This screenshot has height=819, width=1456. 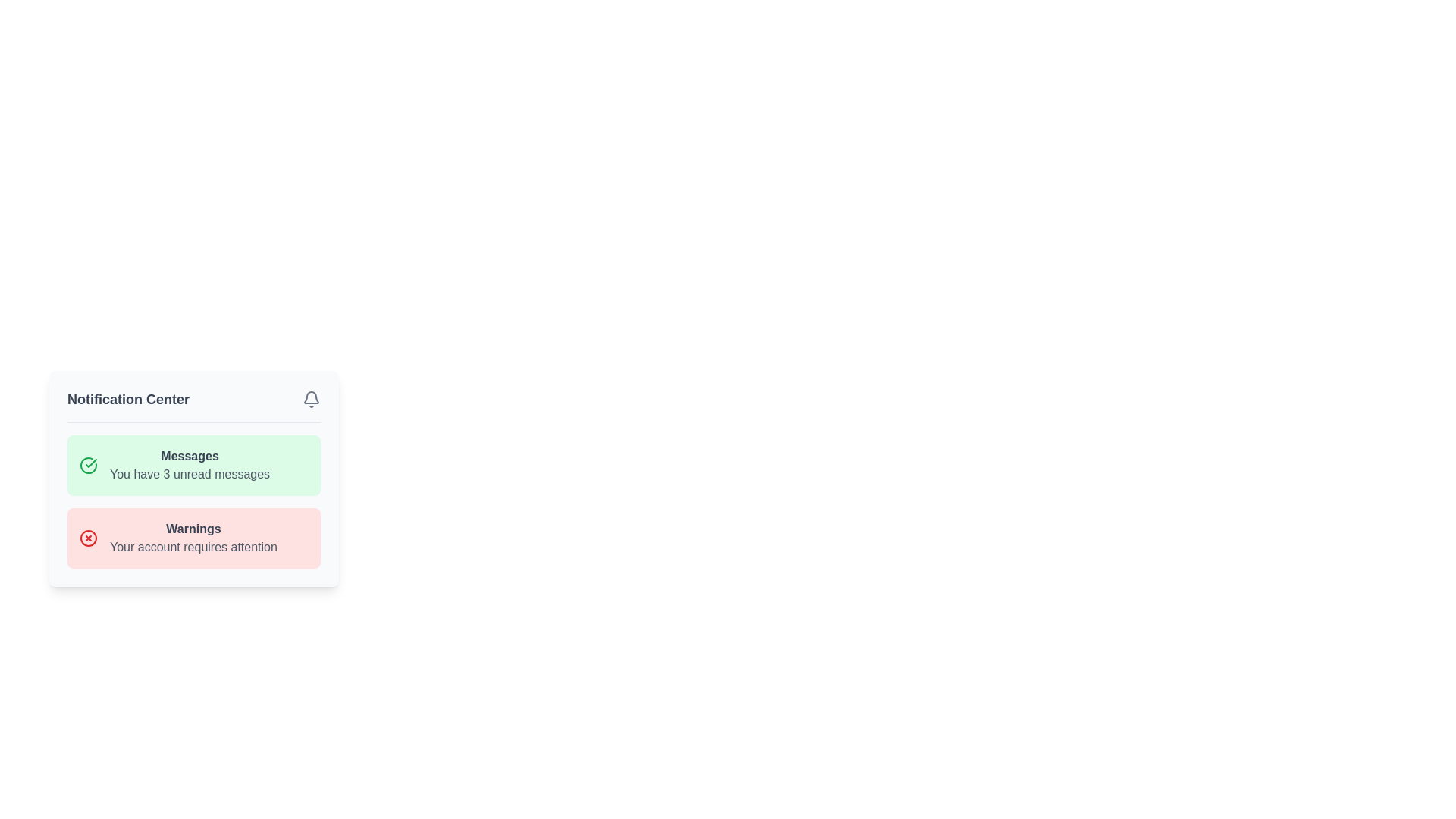 I want to click on the Text label that serves as a title for the notification related to messages, located at the top of a list item within the Notification Center, so click(x=189, y=455).